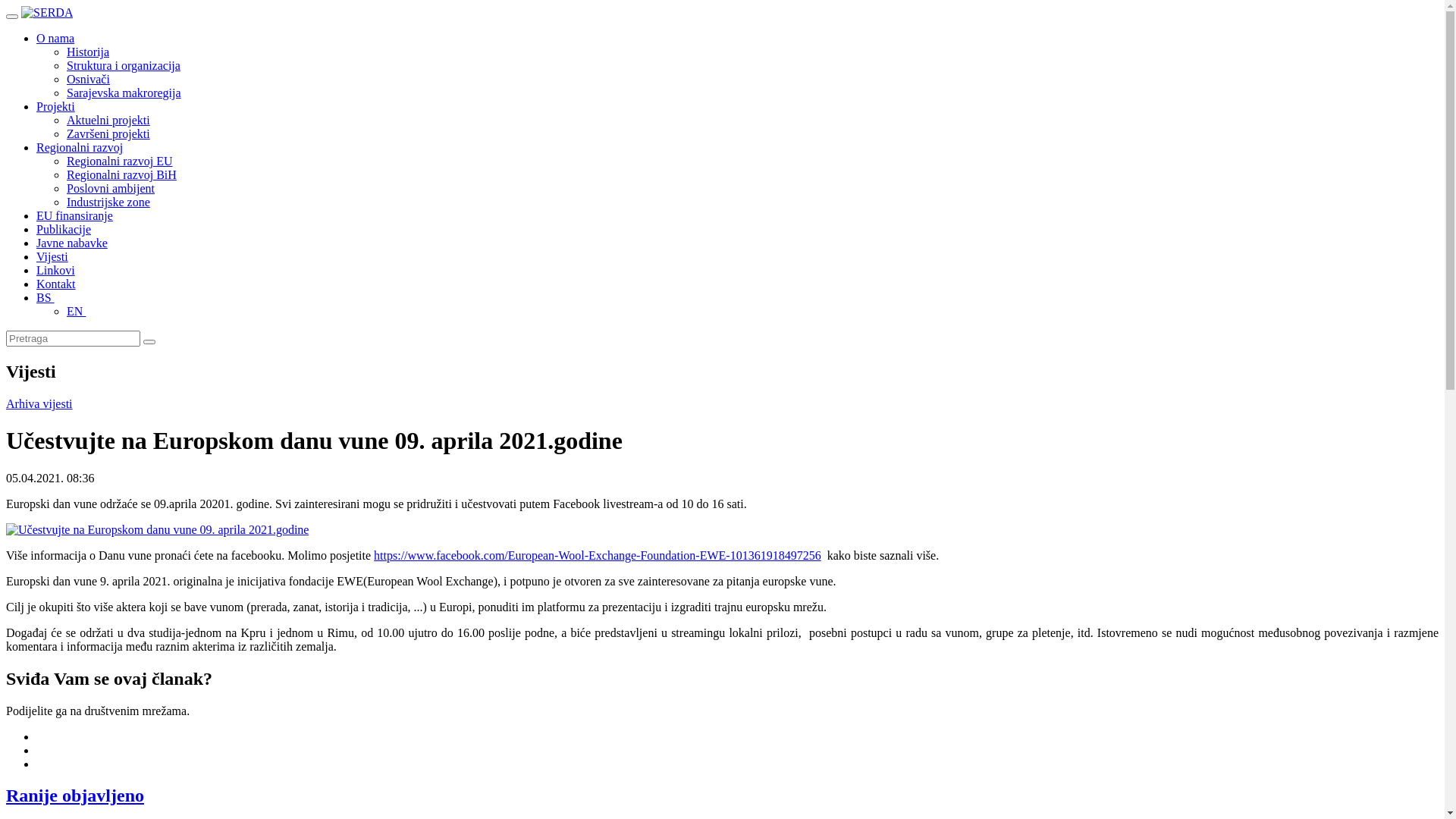 The height and width of the screenshot is (819, 1456). What do you see at coordinates (39, 403) in the screenshot?
I see `'Arhiva vijesti'` at bounding box center [39, 403].